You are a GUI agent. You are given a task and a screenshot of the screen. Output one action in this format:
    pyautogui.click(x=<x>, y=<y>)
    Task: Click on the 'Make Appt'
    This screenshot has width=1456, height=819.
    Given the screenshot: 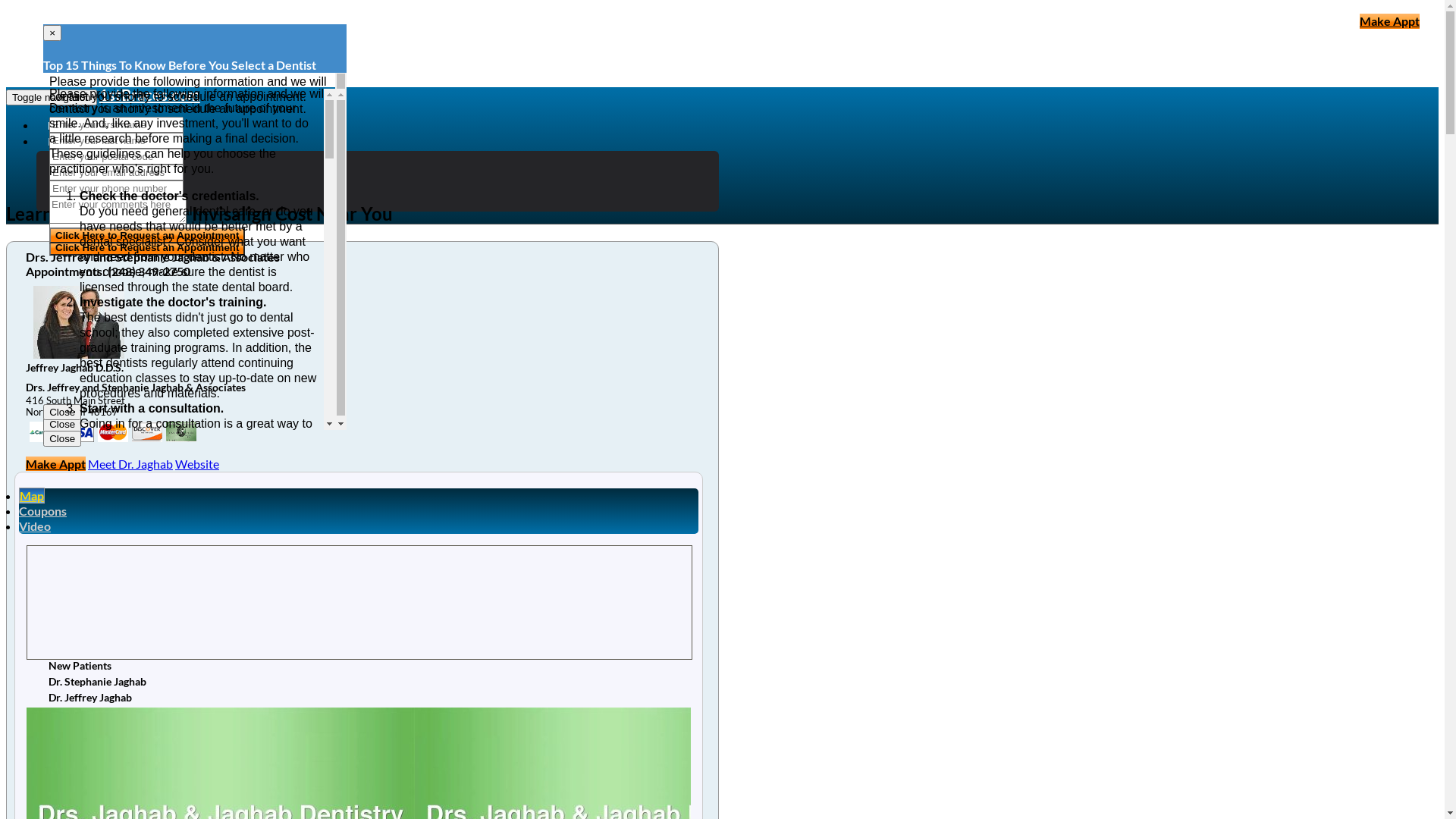 What is the action you would take?
    pyautogui.click(x=1389, y=20)
    